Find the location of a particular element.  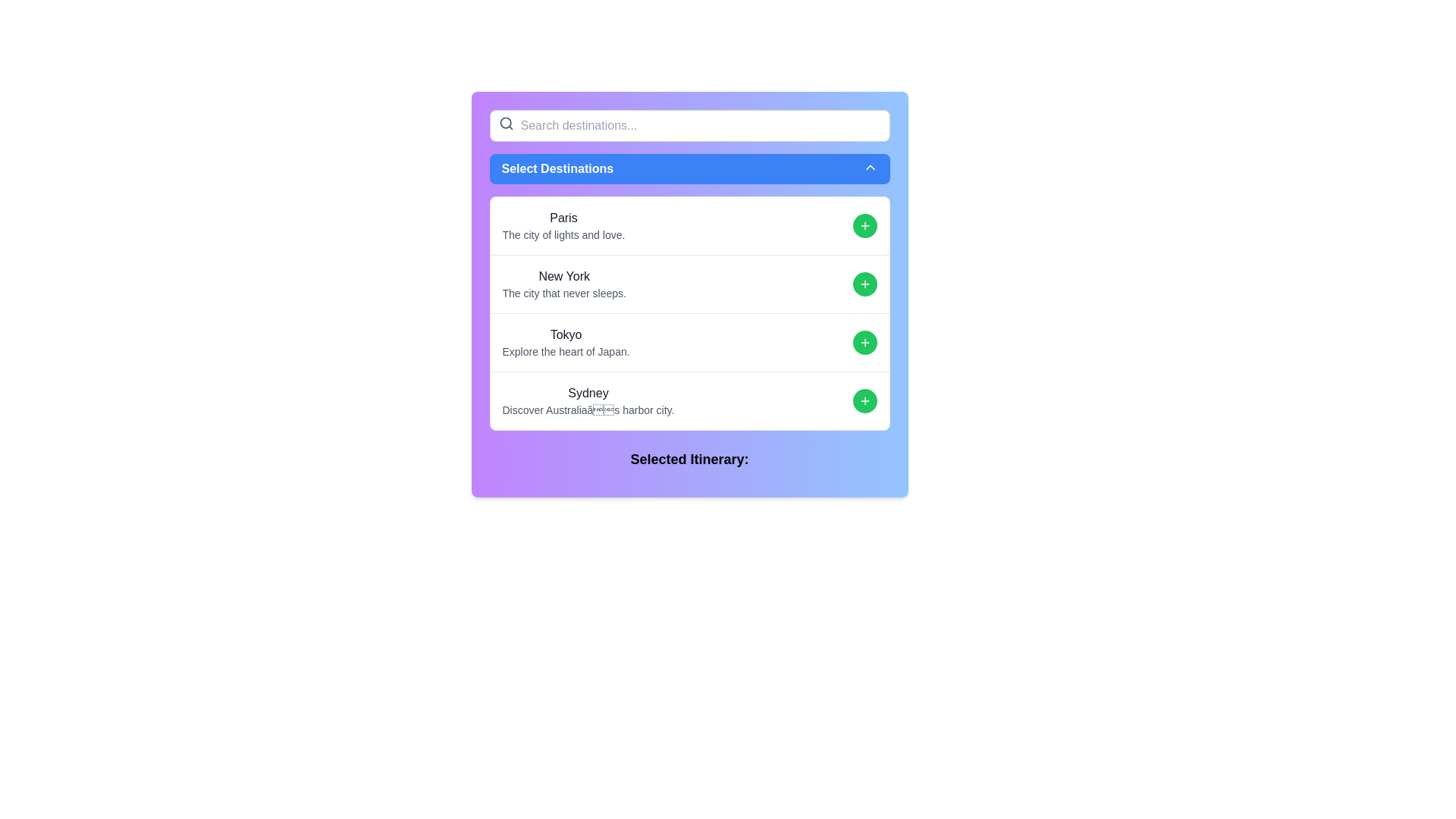

the first '+' icon located to the right of destination items such as 'Paris' and 'New York' in the 'Select Destinations' section is located at coordinates (864, 225).